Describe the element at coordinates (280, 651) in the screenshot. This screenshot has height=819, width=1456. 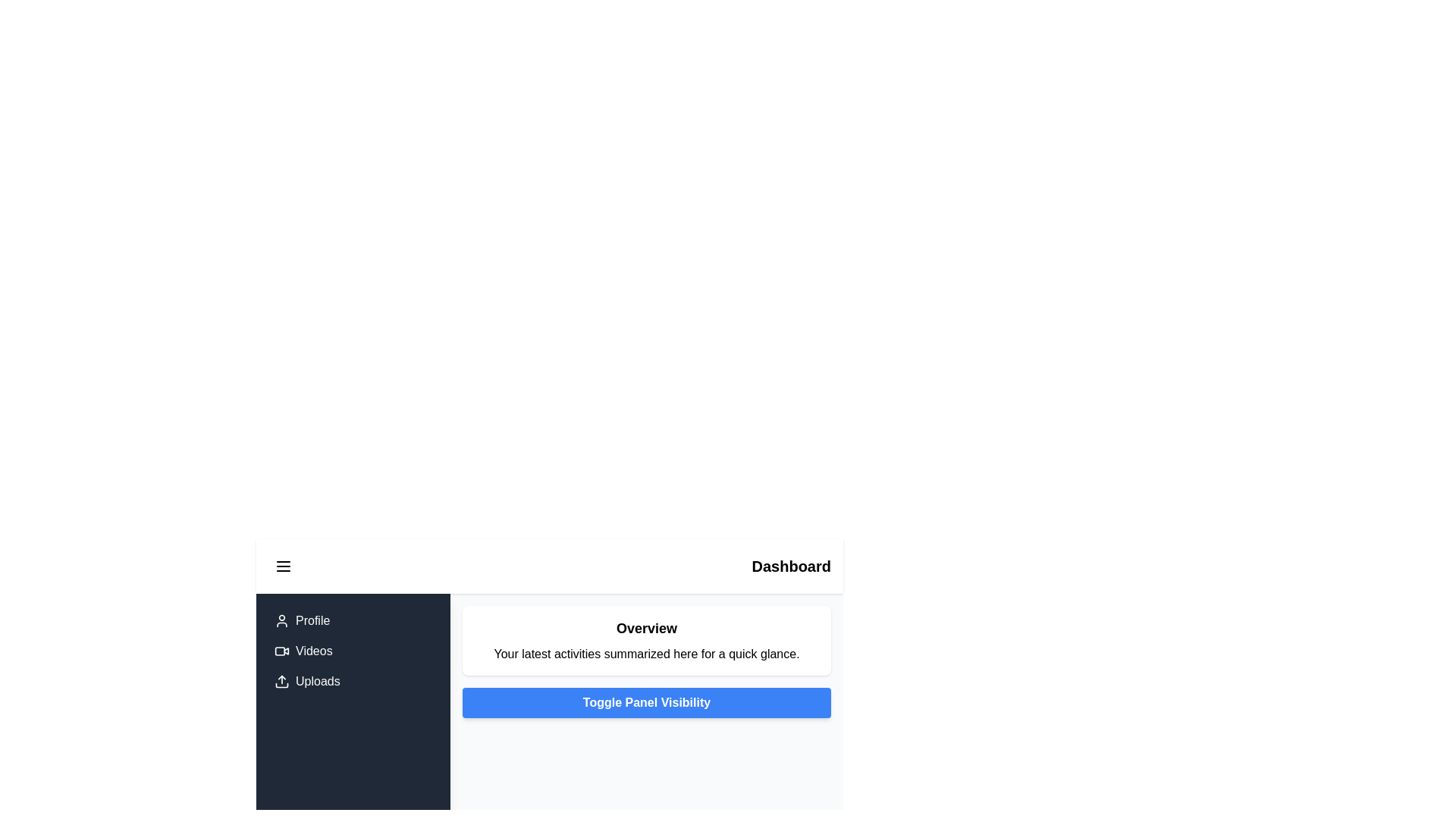
I see `the second rectangle with rounded corners within the SVG group representing a video icon on the sidebar menu` at that location.